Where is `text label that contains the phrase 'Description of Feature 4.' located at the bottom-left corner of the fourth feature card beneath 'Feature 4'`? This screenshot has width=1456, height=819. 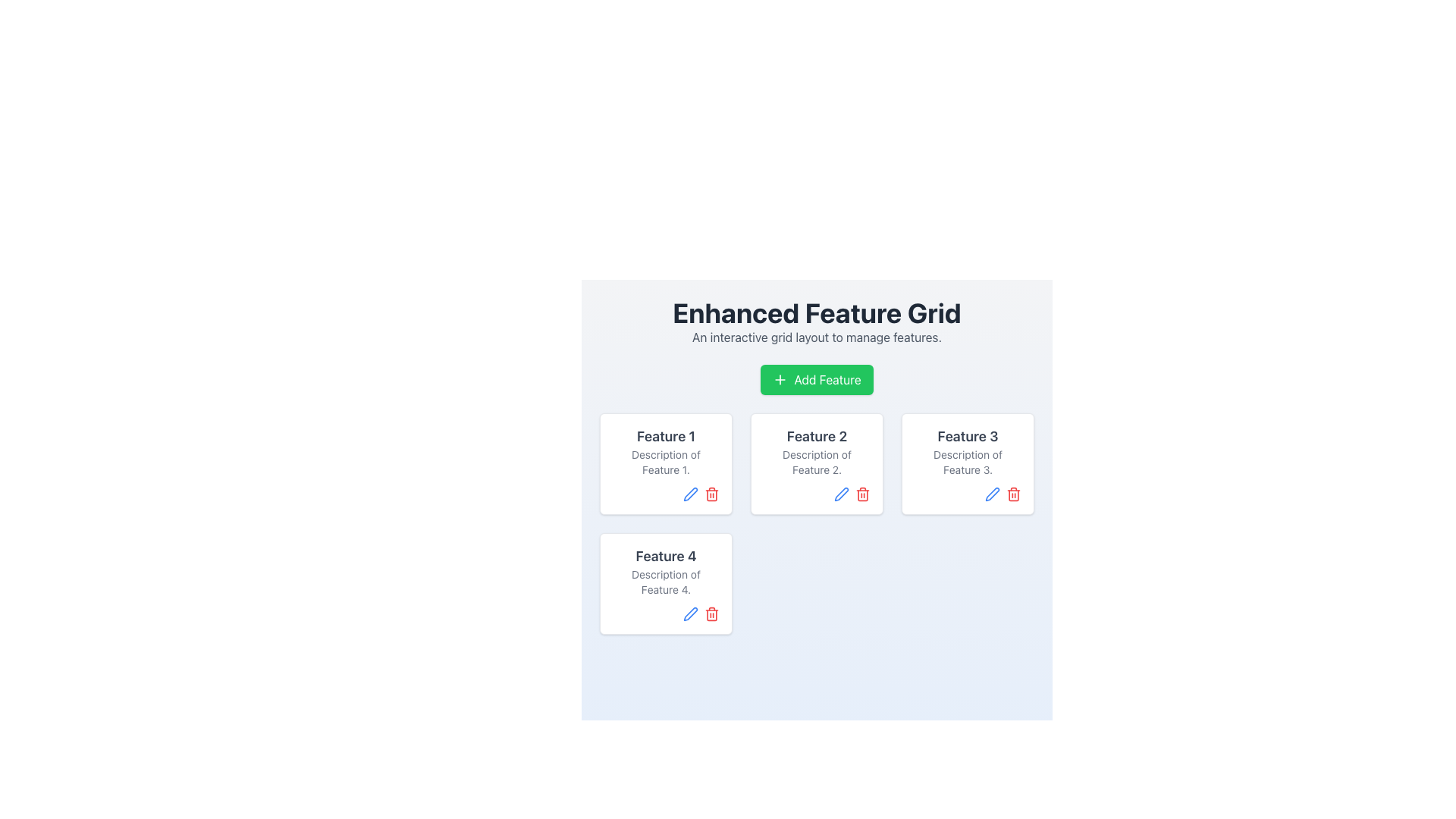
text label that contains the phrase 'Description of Feature 4.' located at the bottom-left corner of the fourth feature card beneath 'Feature 4' is located at coordinates (666, 581).